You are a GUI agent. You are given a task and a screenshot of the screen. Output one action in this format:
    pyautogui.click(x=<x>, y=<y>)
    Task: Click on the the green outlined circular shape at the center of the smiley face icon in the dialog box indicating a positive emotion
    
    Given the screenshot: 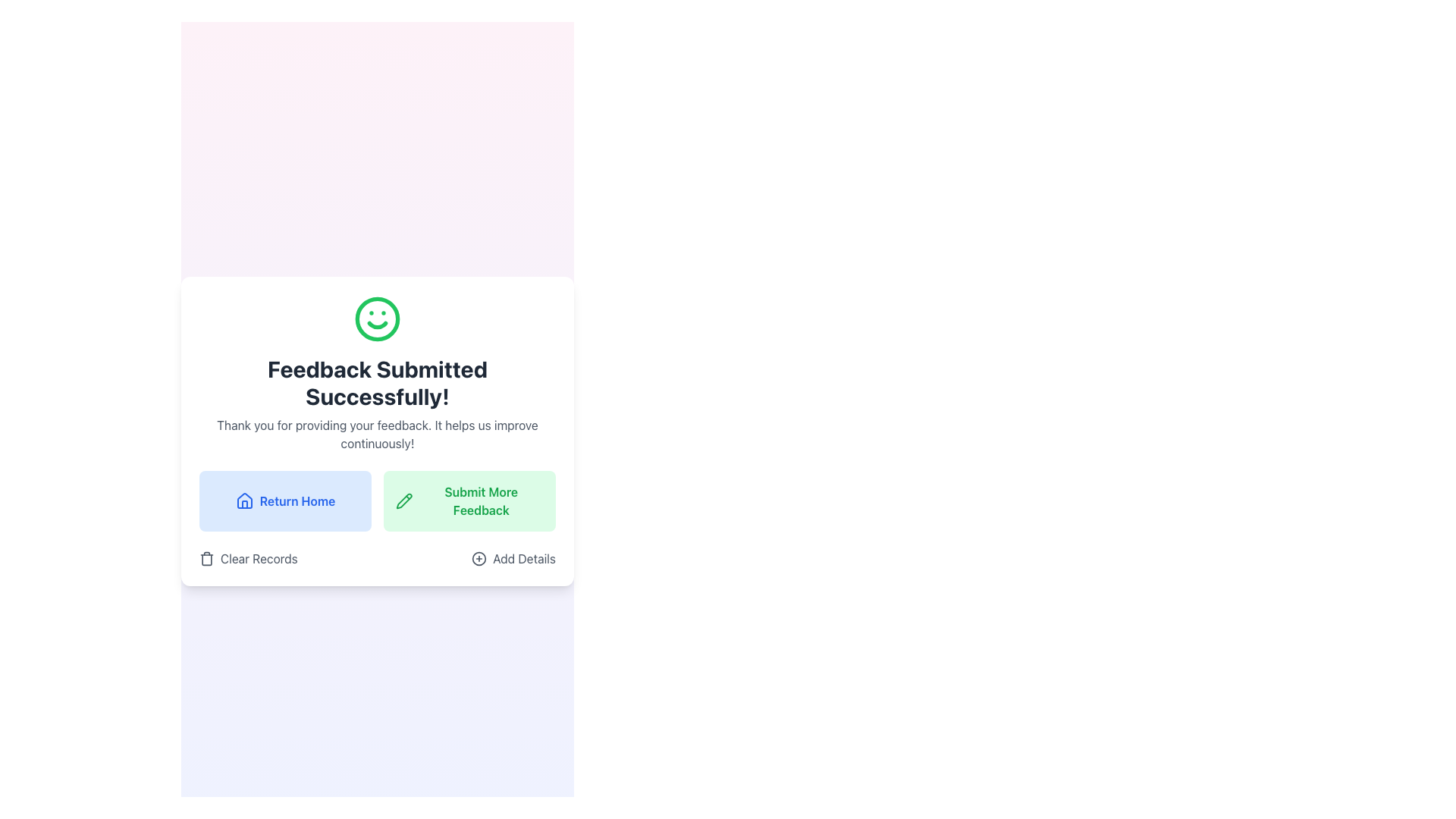 What is the action you would take?
    pyautogui.click(x=378, y=318)
    